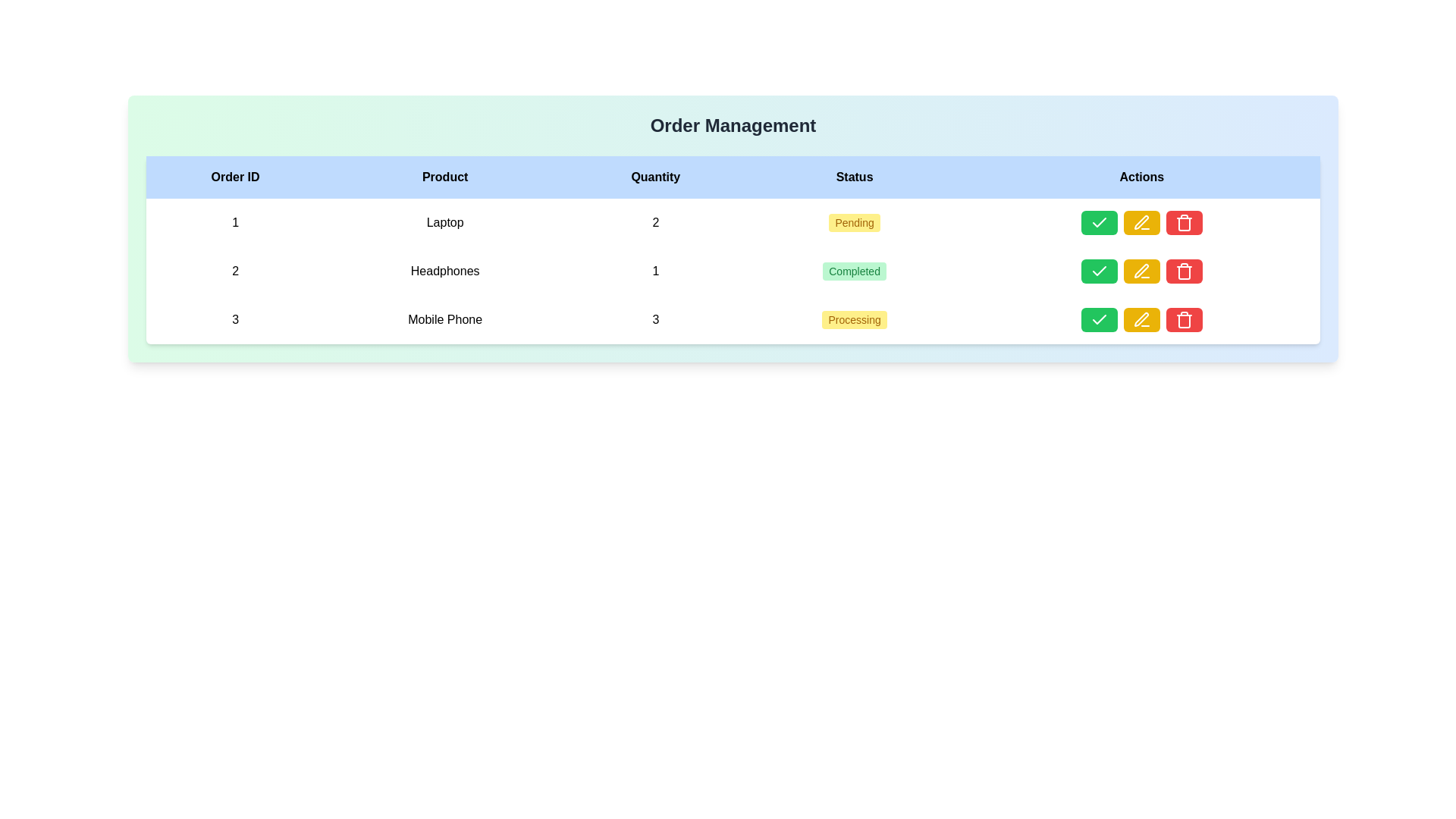 Image resolution: width=1456 pixels, height=819 pixels. I want to click on the red delete button with a trash can icon located in the third column of the 'Actions' section in the third row of the table, so click(1183, 318).